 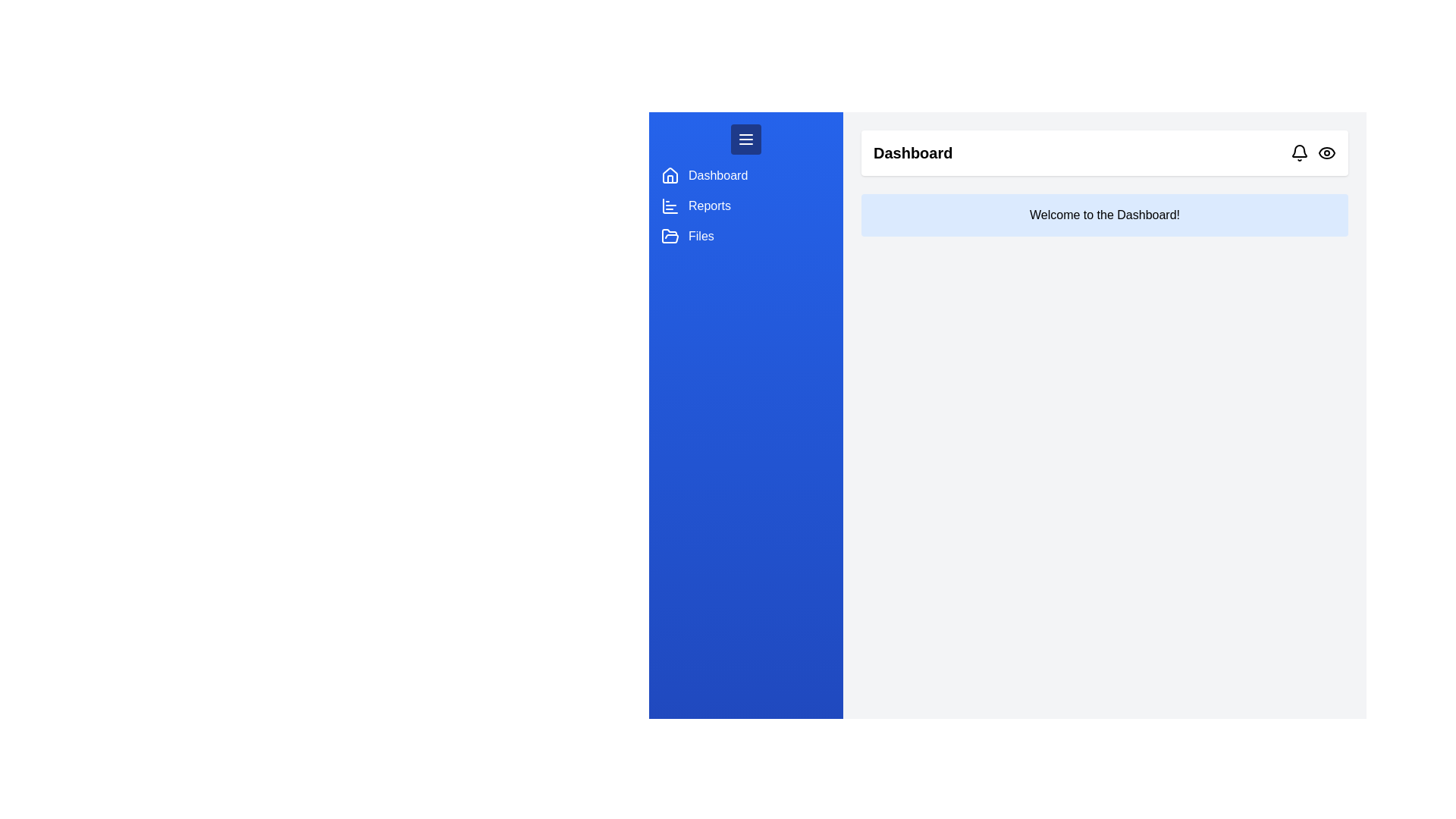 What do you see at coordinates (745, 140) in the screenshot?
I see `the button at the top of the vertical sidebar menu to change its background color to light blue` at bounding box center [745, 140].